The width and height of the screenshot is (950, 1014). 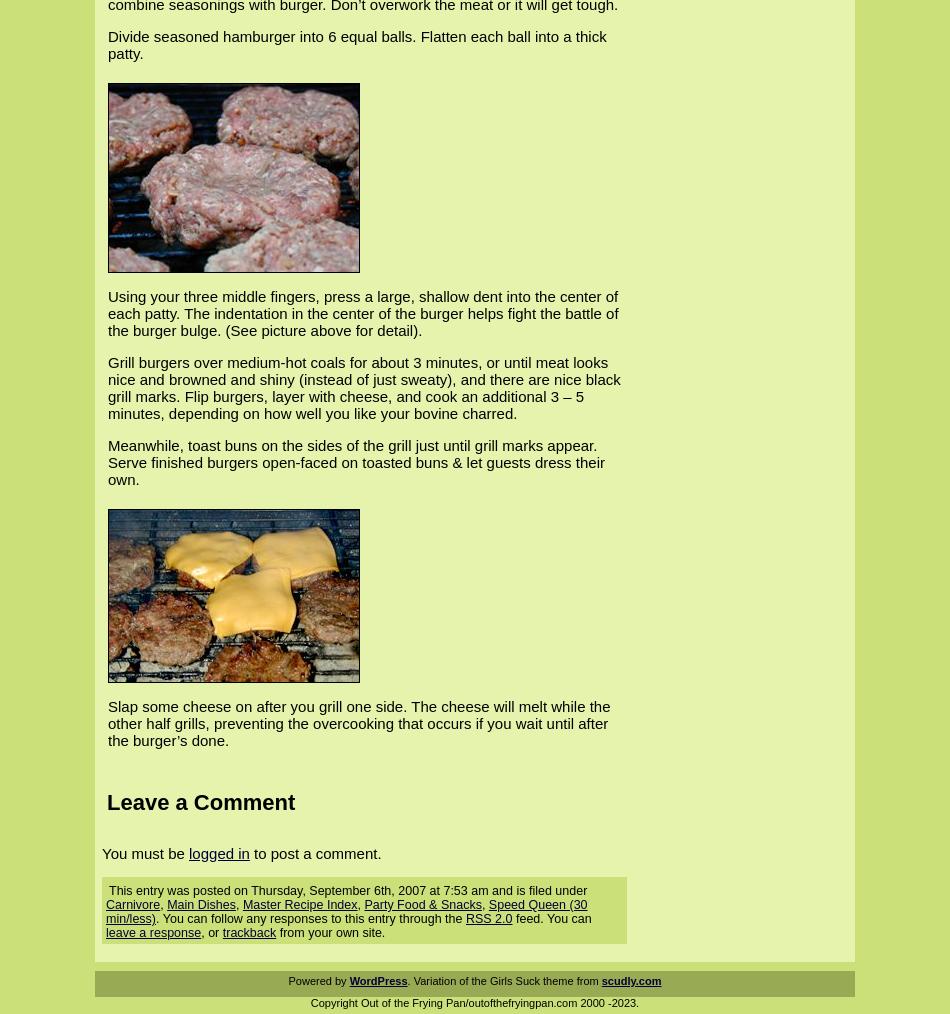 What do you see at coordinates (630, 981) in the screenshot?
I see `'scudly.com'` at bounding box center [630, 981].